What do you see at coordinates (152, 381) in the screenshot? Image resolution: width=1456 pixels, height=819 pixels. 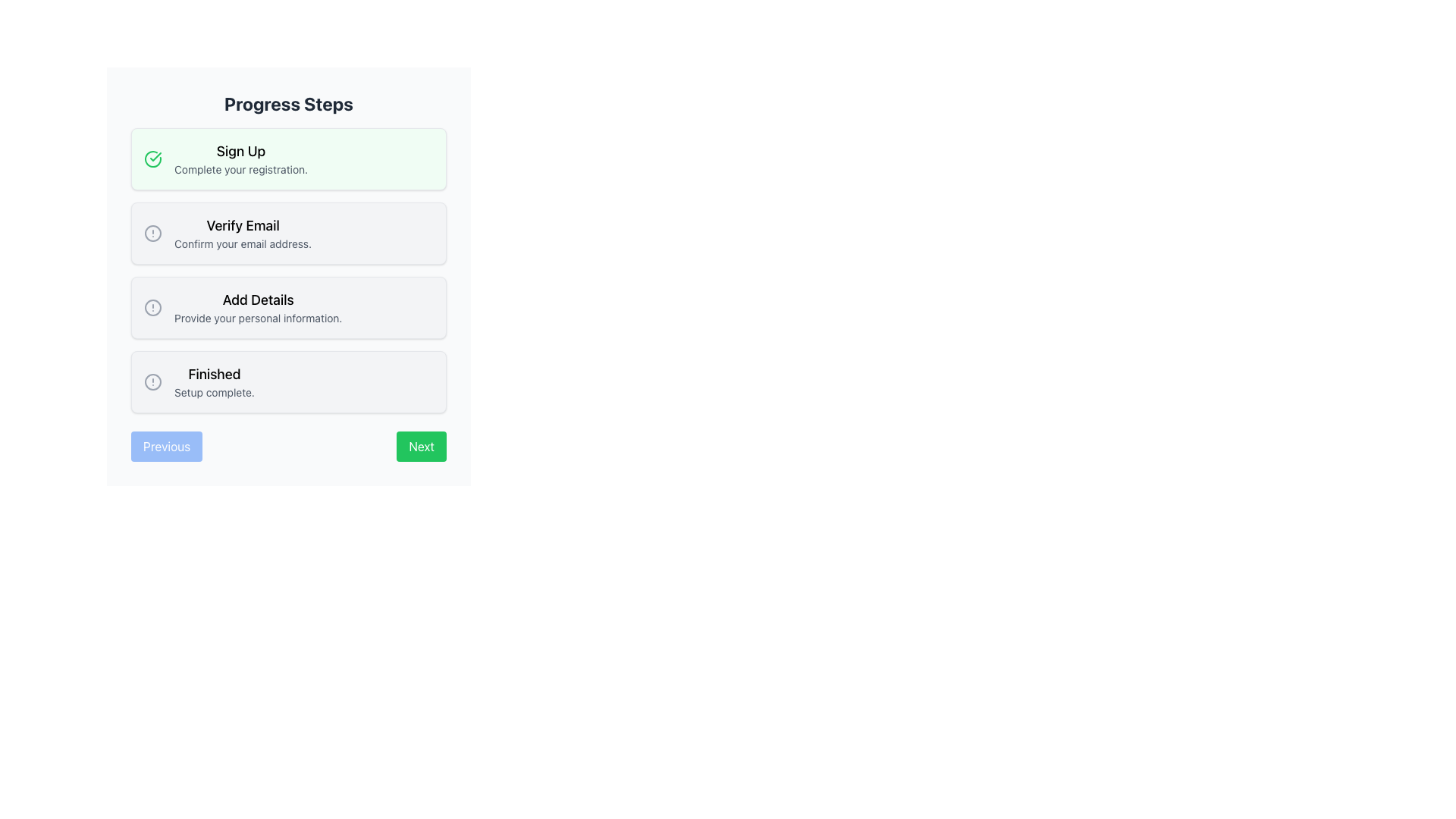 I see `the informational alert icon located in the 'Finished' section of the progress steps, positioned on the far left of the row containing the 'Finished' label and description` at bounding box center [152, 381].